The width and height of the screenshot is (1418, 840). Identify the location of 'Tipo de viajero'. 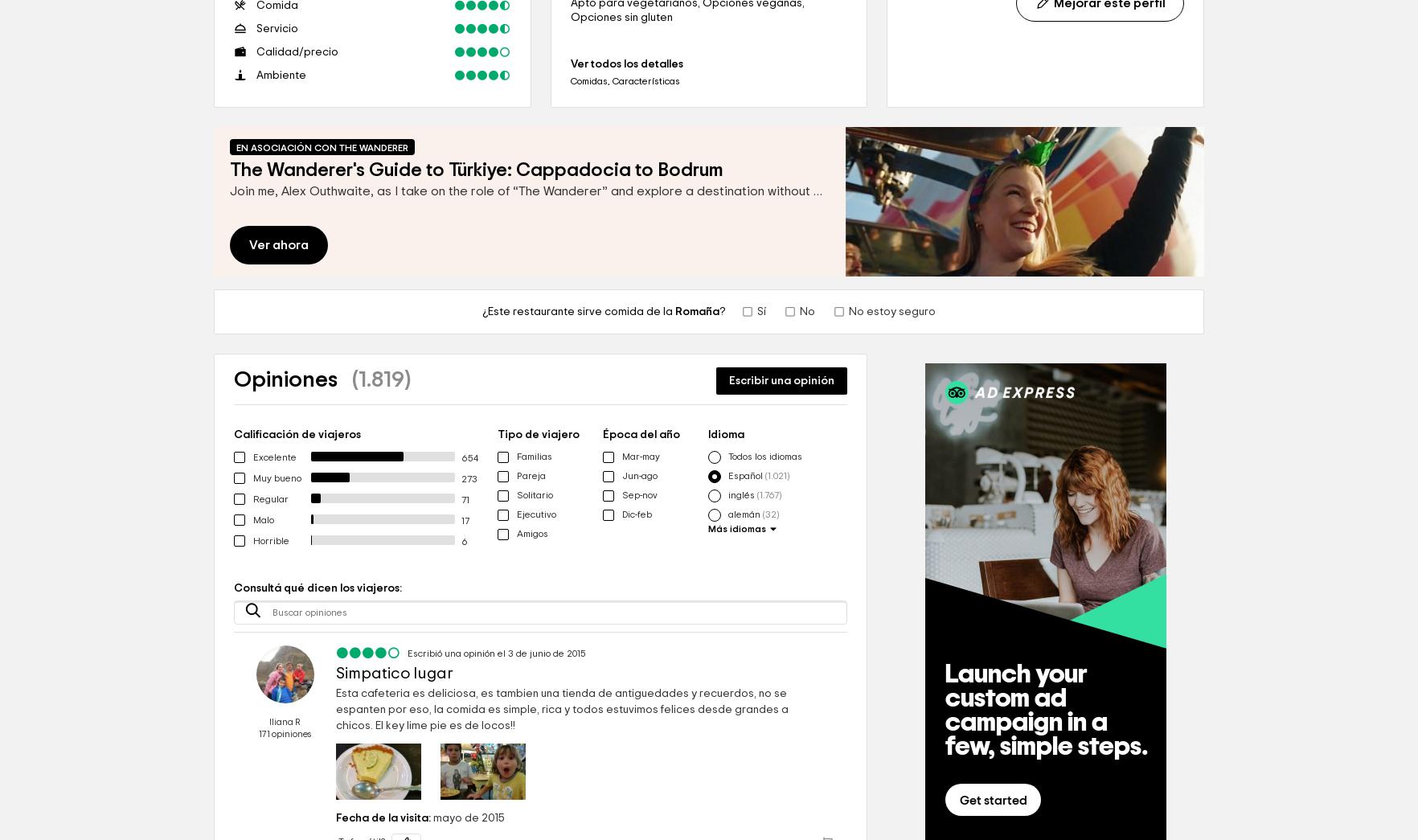
(538, 434).